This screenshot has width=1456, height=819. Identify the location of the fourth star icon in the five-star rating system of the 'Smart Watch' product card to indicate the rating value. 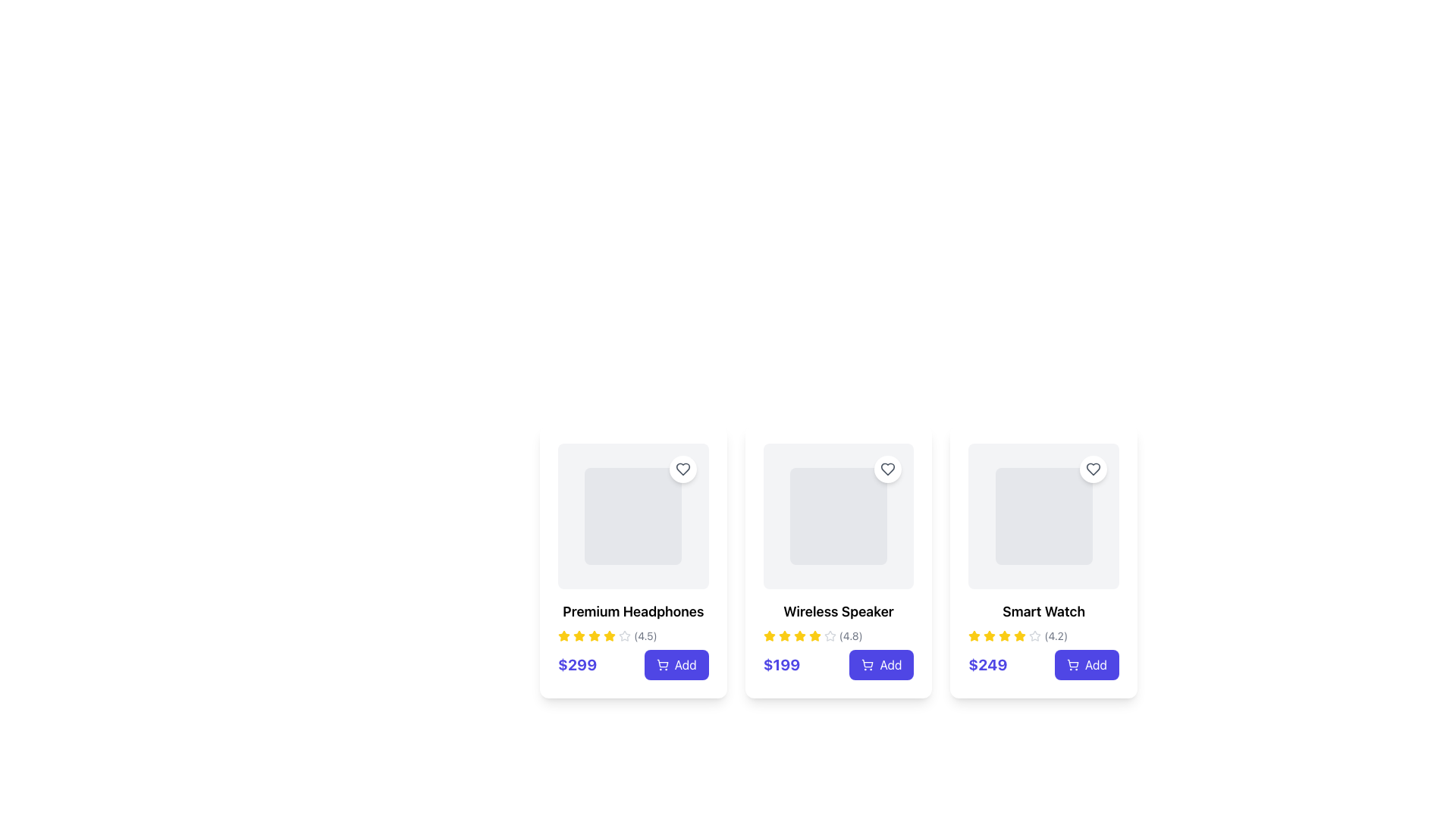
(1020, 636).